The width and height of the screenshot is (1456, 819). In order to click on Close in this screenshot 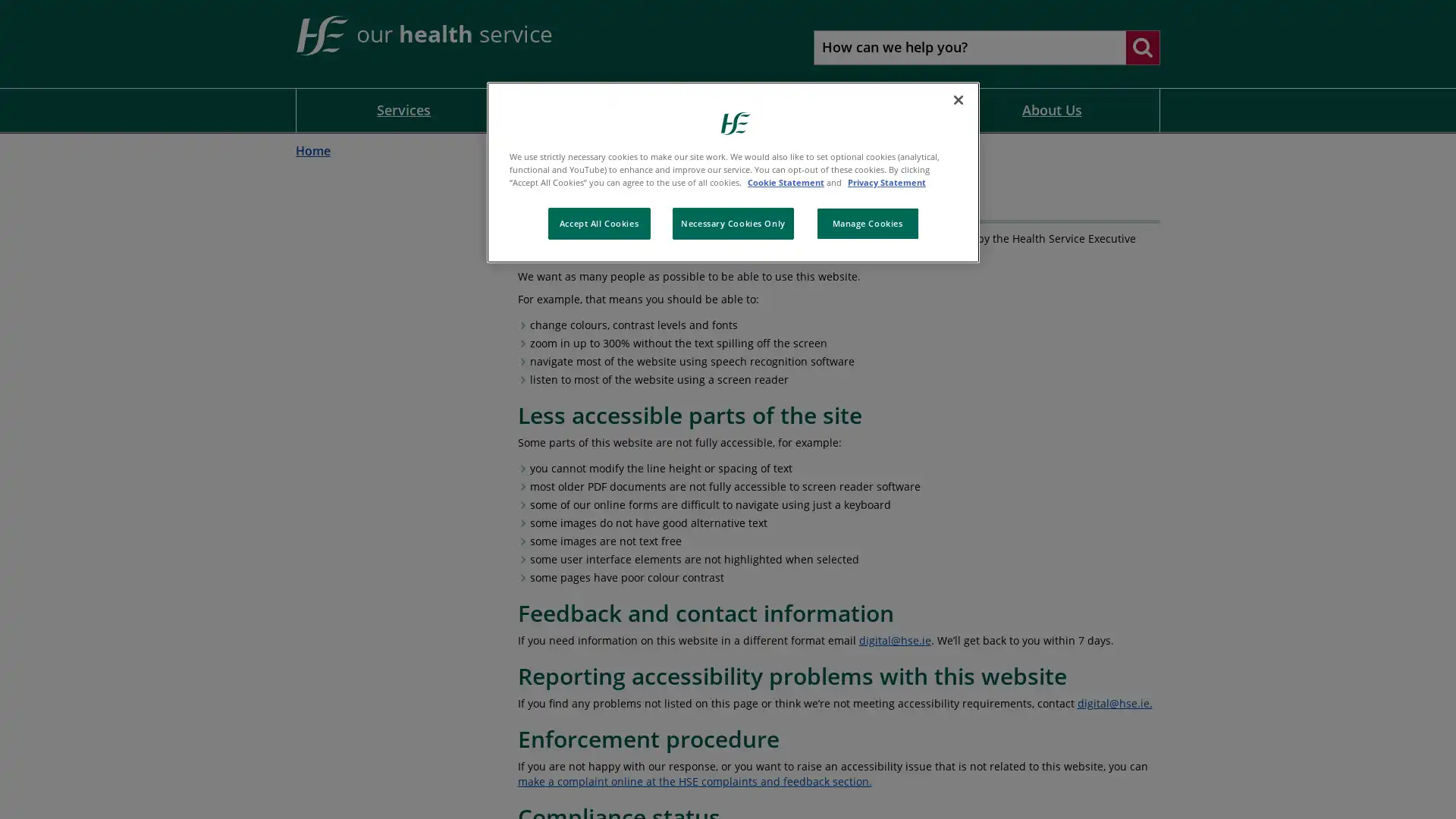, I will do `click(957, 99)`.